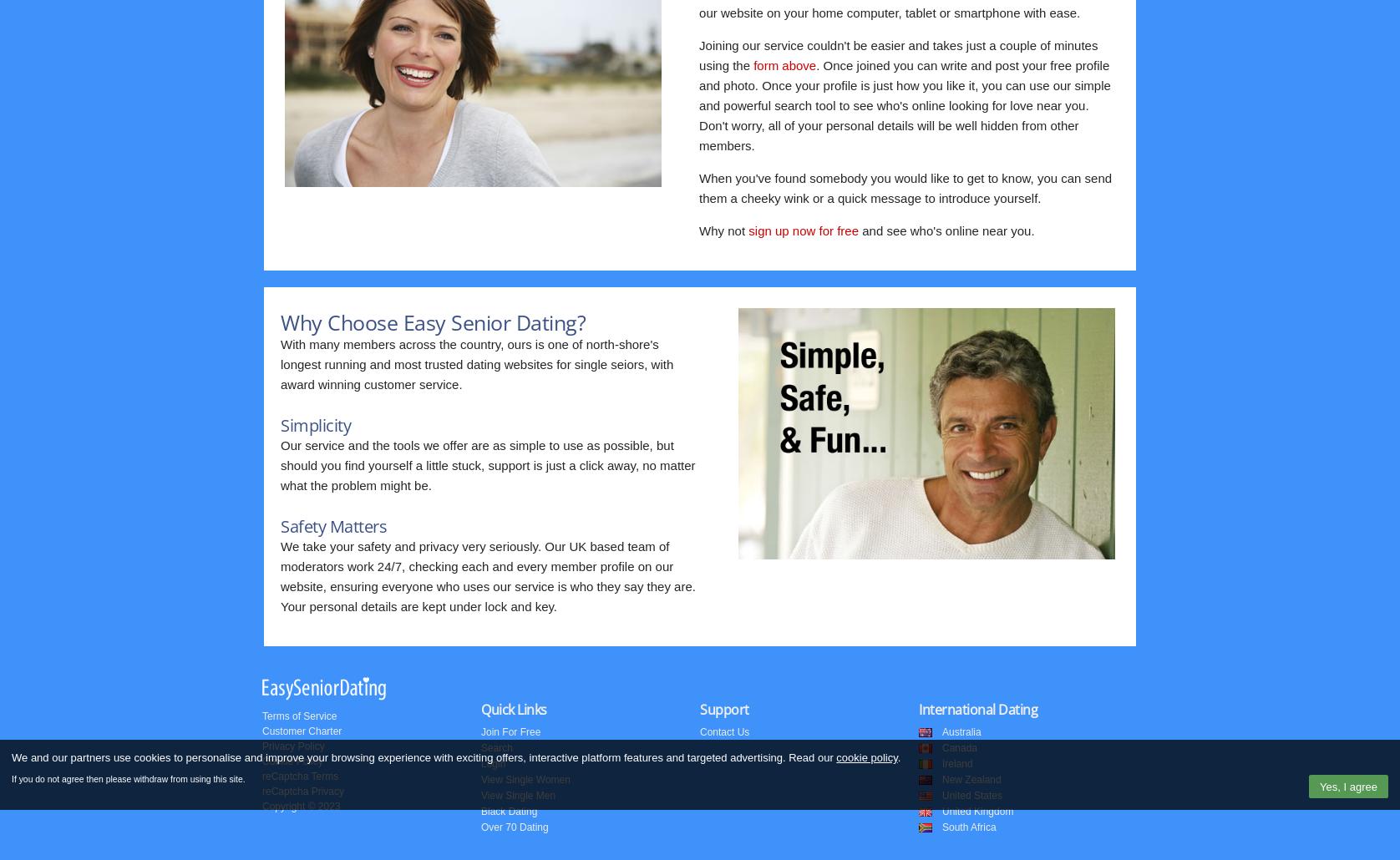 The image size is (1400, 860). What do you see at coordinates (1382, 741) in the screenshot?
I see `'Top'` at bounding box center [1382, 741].